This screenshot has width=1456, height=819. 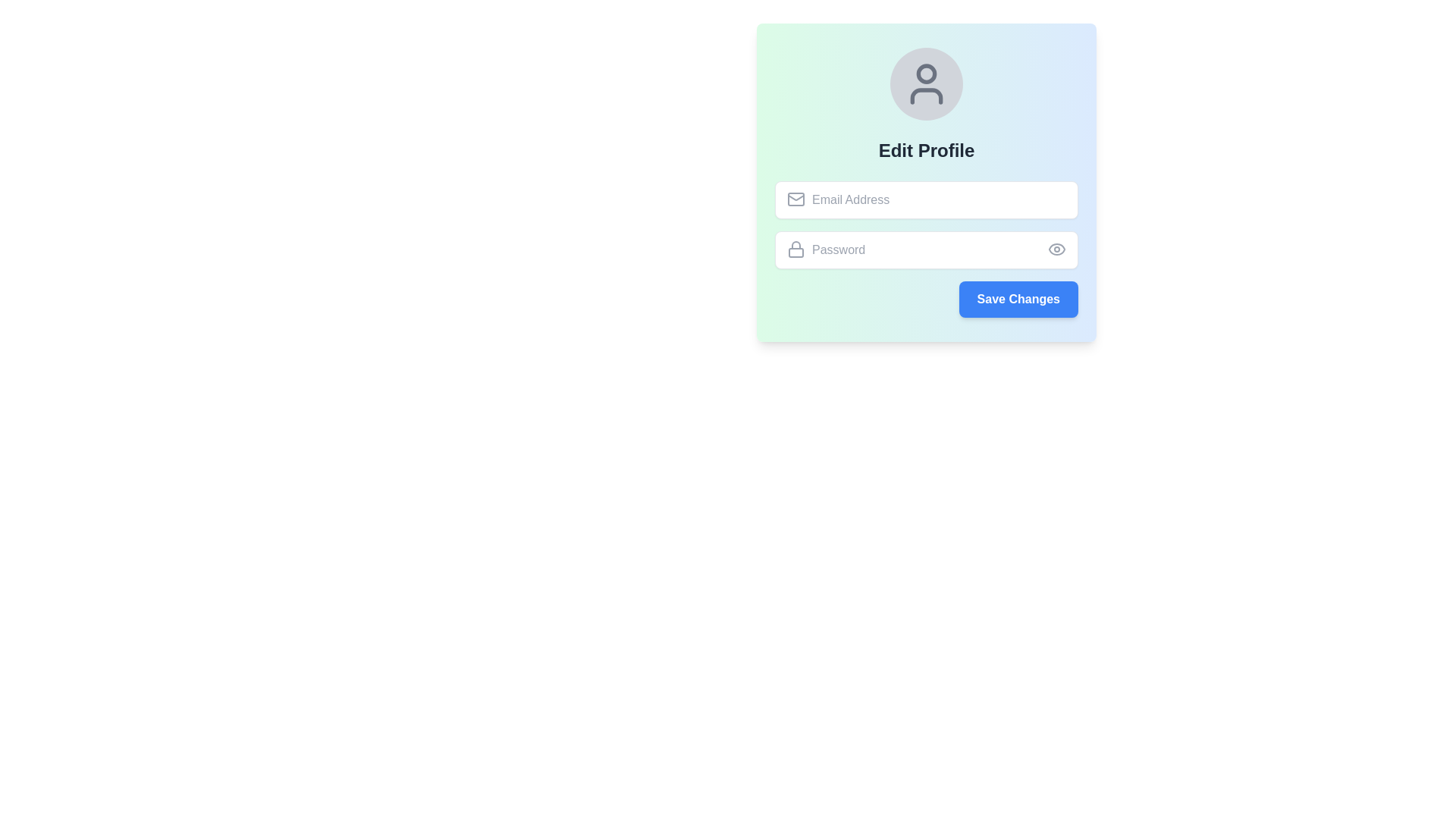 I want to click on the 'Save Changes' button, which has a blue background and white bold text, located at the bottom right of the profile editing interface, so click(x=1018, y=299).